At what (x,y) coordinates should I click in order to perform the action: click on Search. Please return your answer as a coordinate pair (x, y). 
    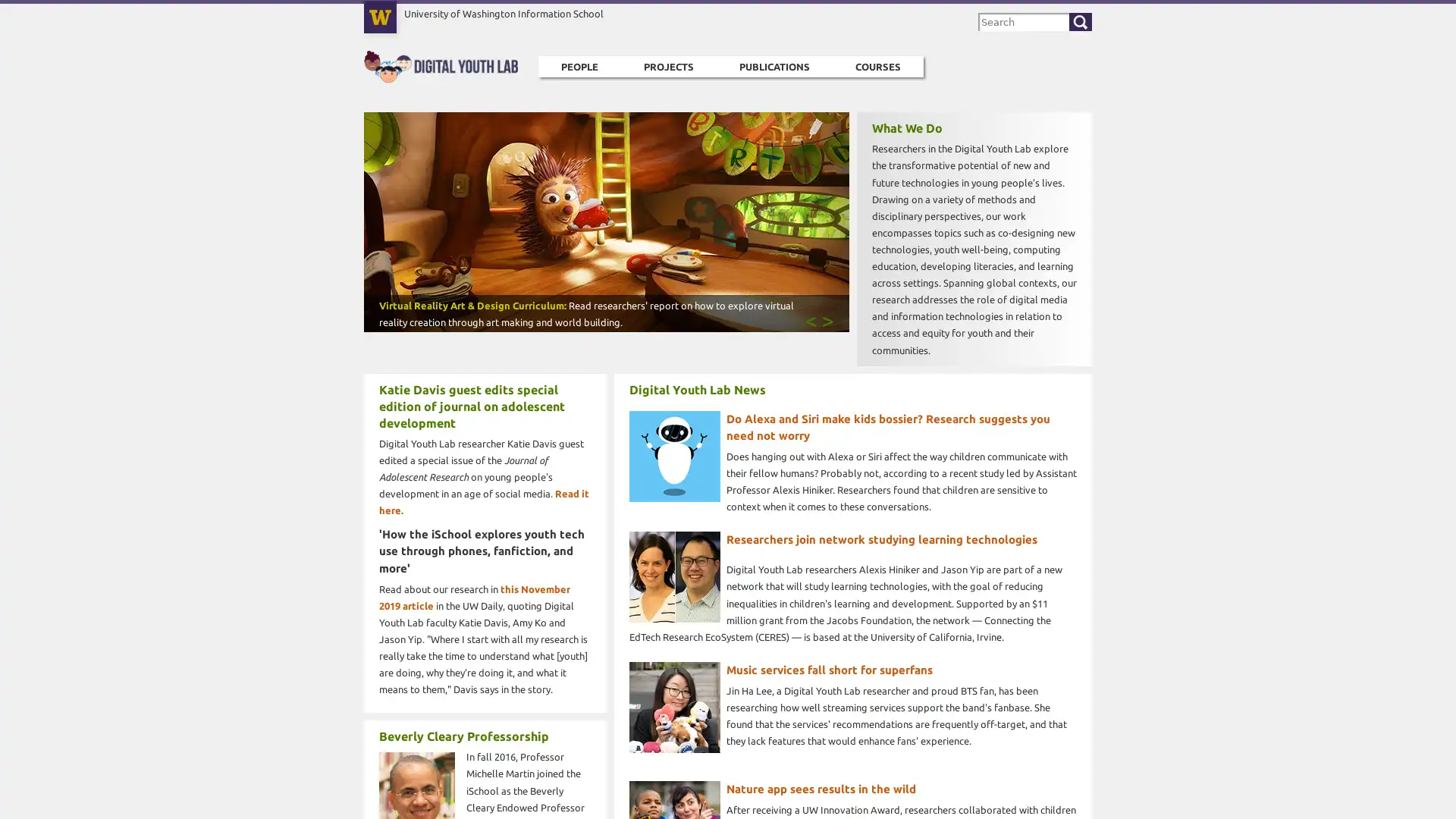
    Looking at the image, I should click on (1080, 22).